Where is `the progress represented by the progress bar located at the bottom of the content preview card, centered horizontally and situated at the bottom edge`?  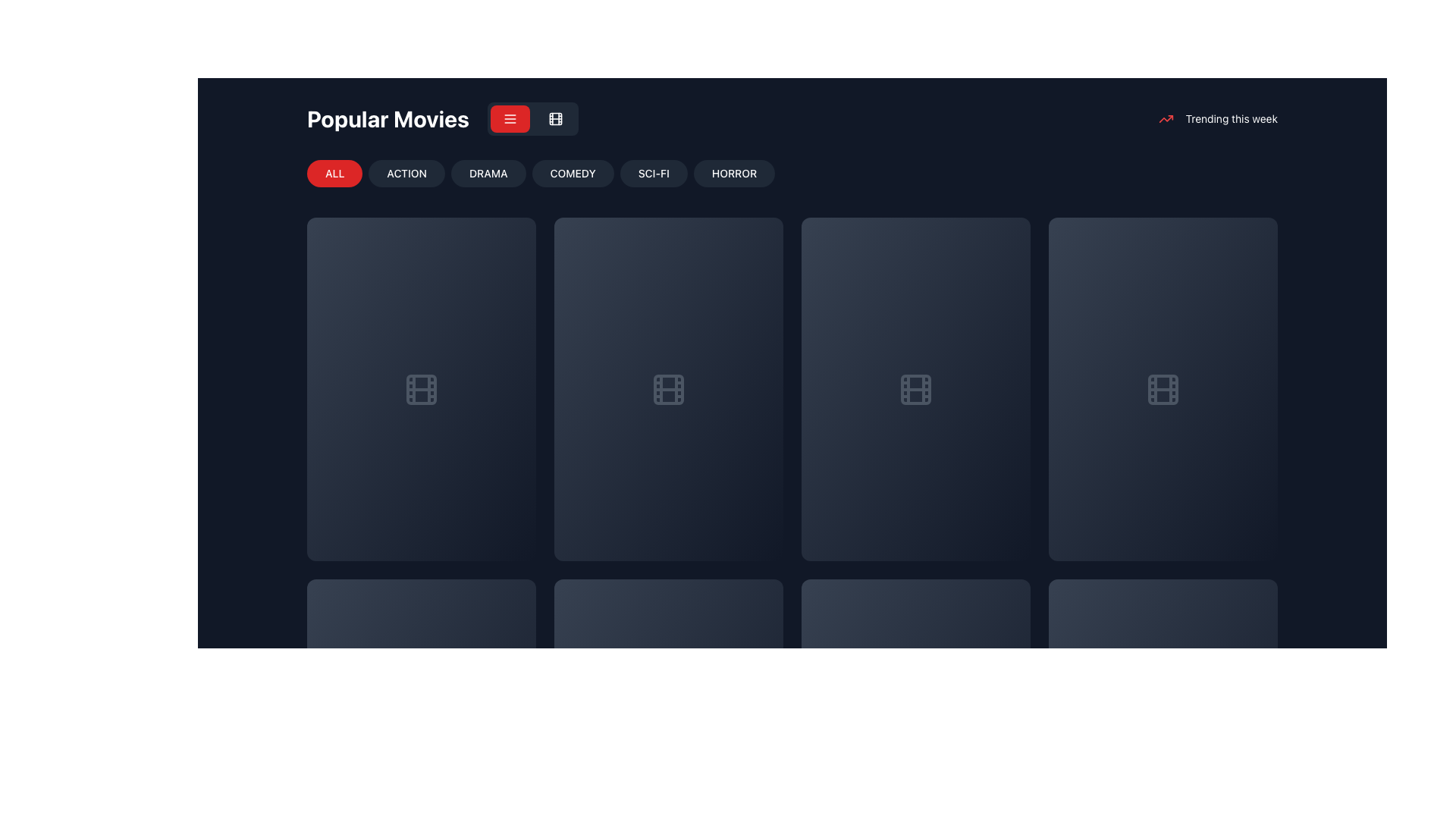 the progress represented by the progress bar located at the bottom of the content preview card, centered horizontally and situated at the bottom edge is located at coordinates (422, 547).